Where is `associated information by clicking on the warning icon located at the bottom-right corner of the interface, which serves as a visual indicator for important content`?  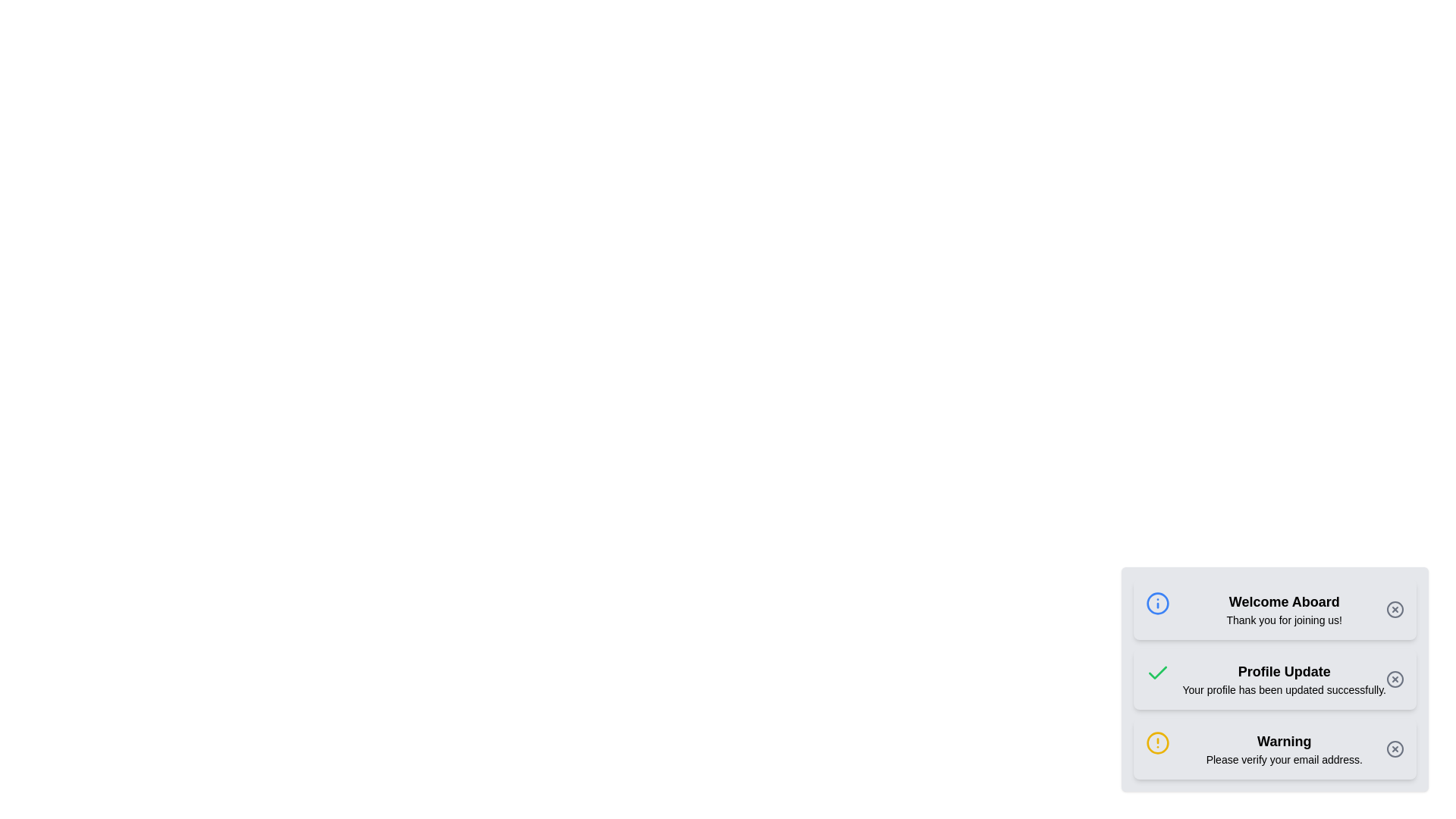 associated information by clicking on the warning icon located at the bottom-right corner of the interface, which serves as a visual indicator for important content is located at coordinates (1157, 742).